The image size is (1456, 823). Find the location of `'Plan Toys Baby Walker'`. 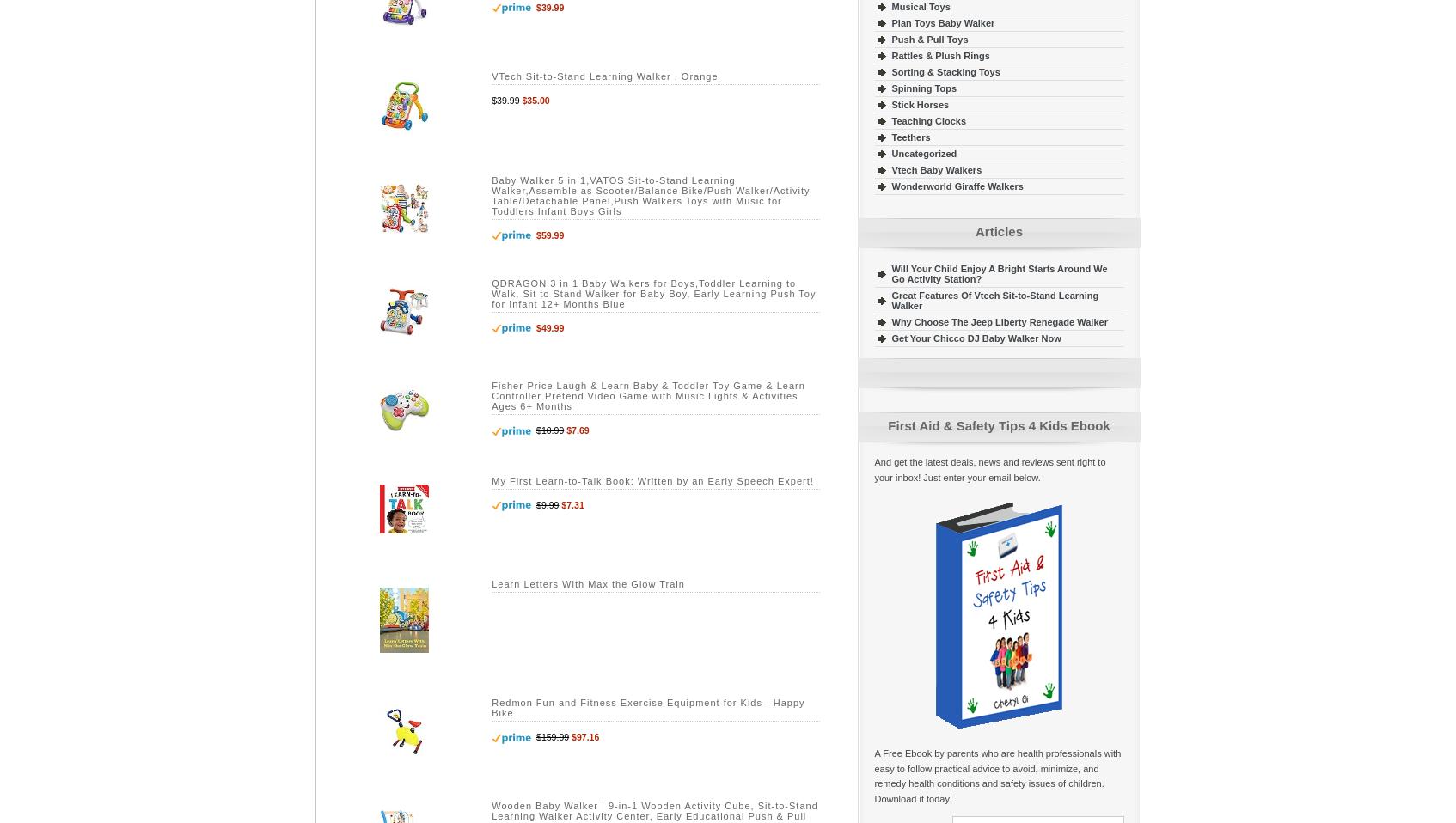

'Plan Toys Baby Walker' is located at coordinates (891, 22).